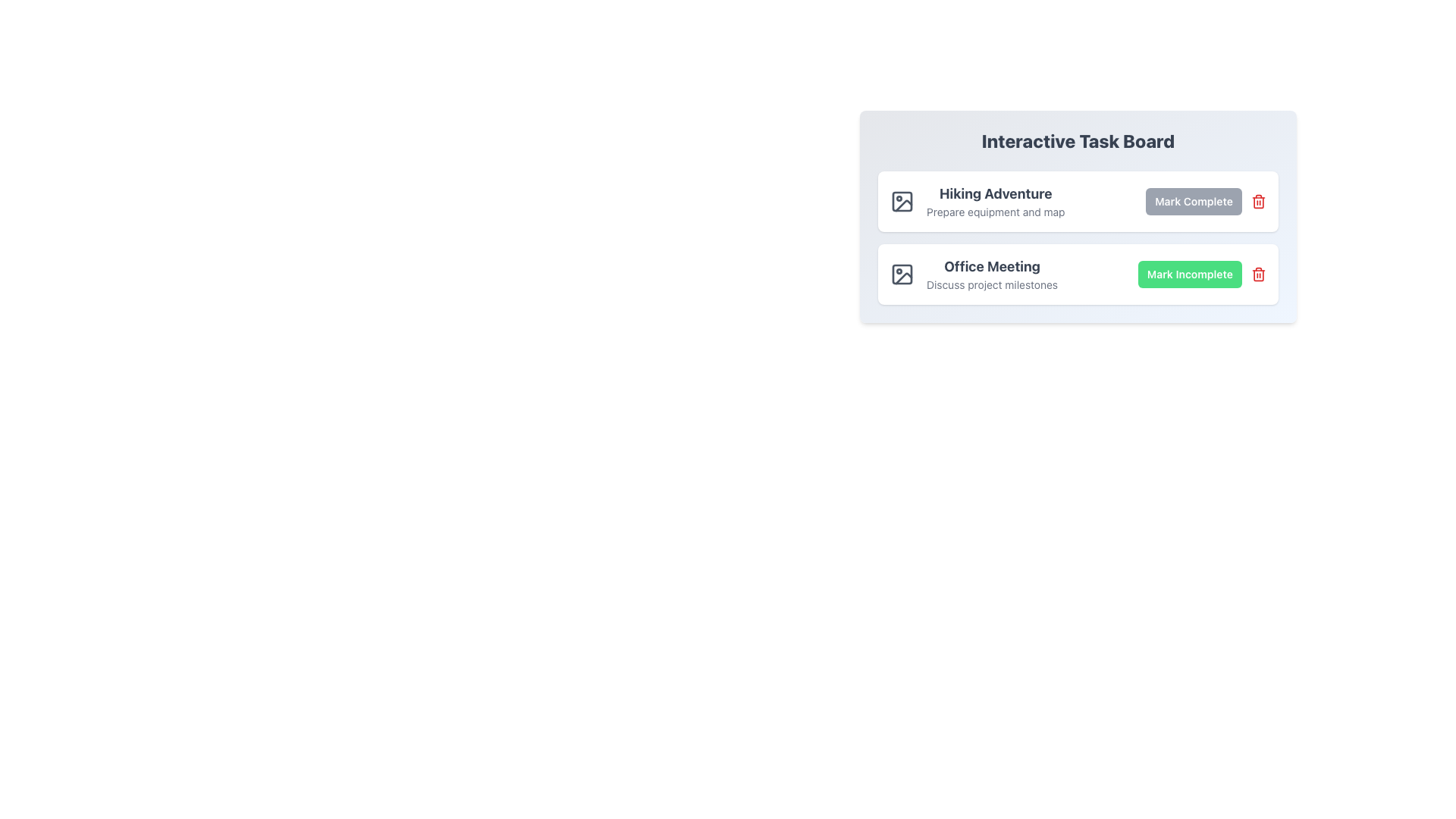  What do you see at coordinates (902, 275) in the screenshot?
I see `the graphical part of the SVG image icon associated with the 'Office Meeting' task in the task list, located to the left of its main text description` at bounding box center [902, 275].